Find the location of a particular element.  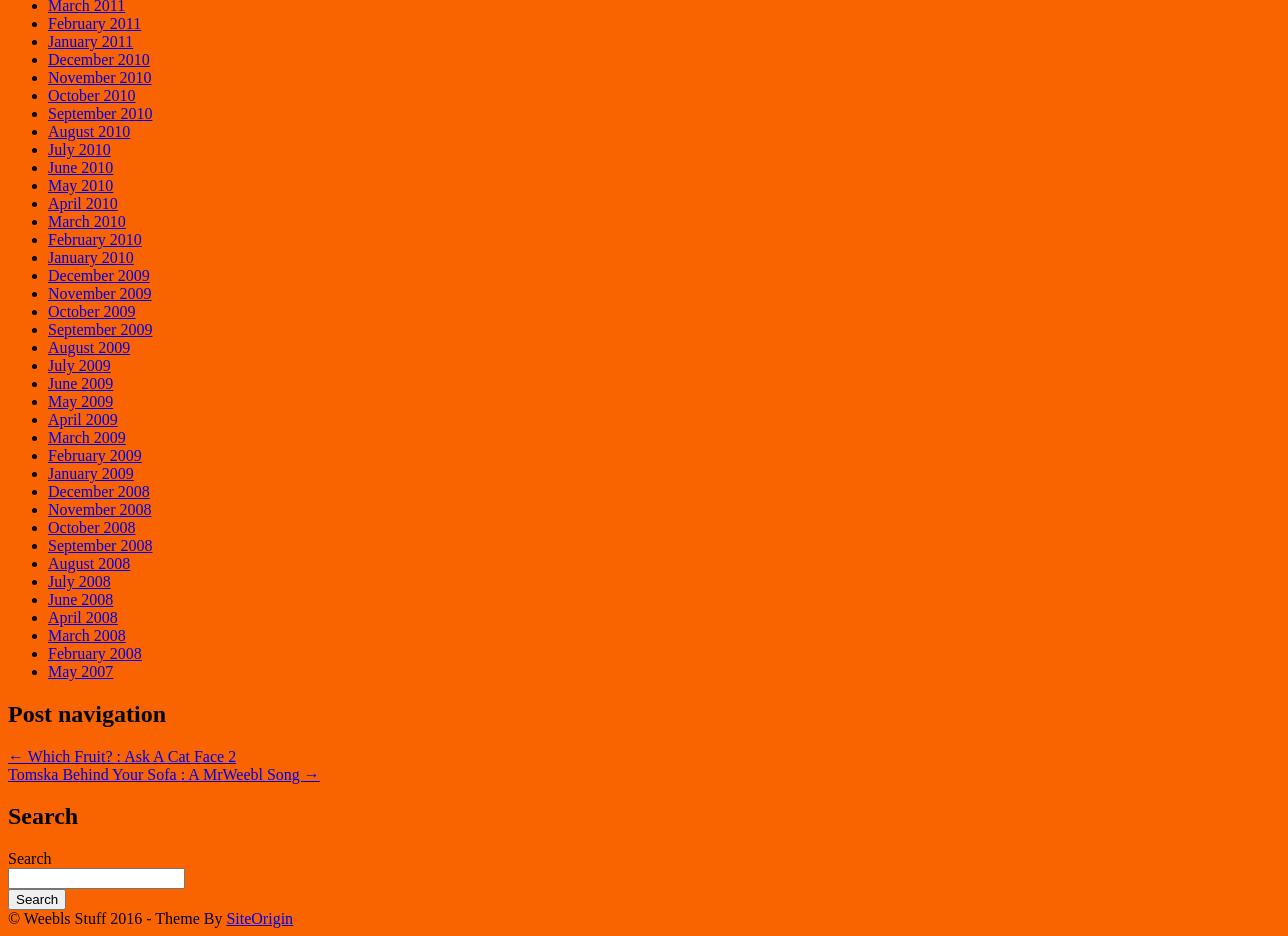

'August 2008' is located at coordinates (89, 561).